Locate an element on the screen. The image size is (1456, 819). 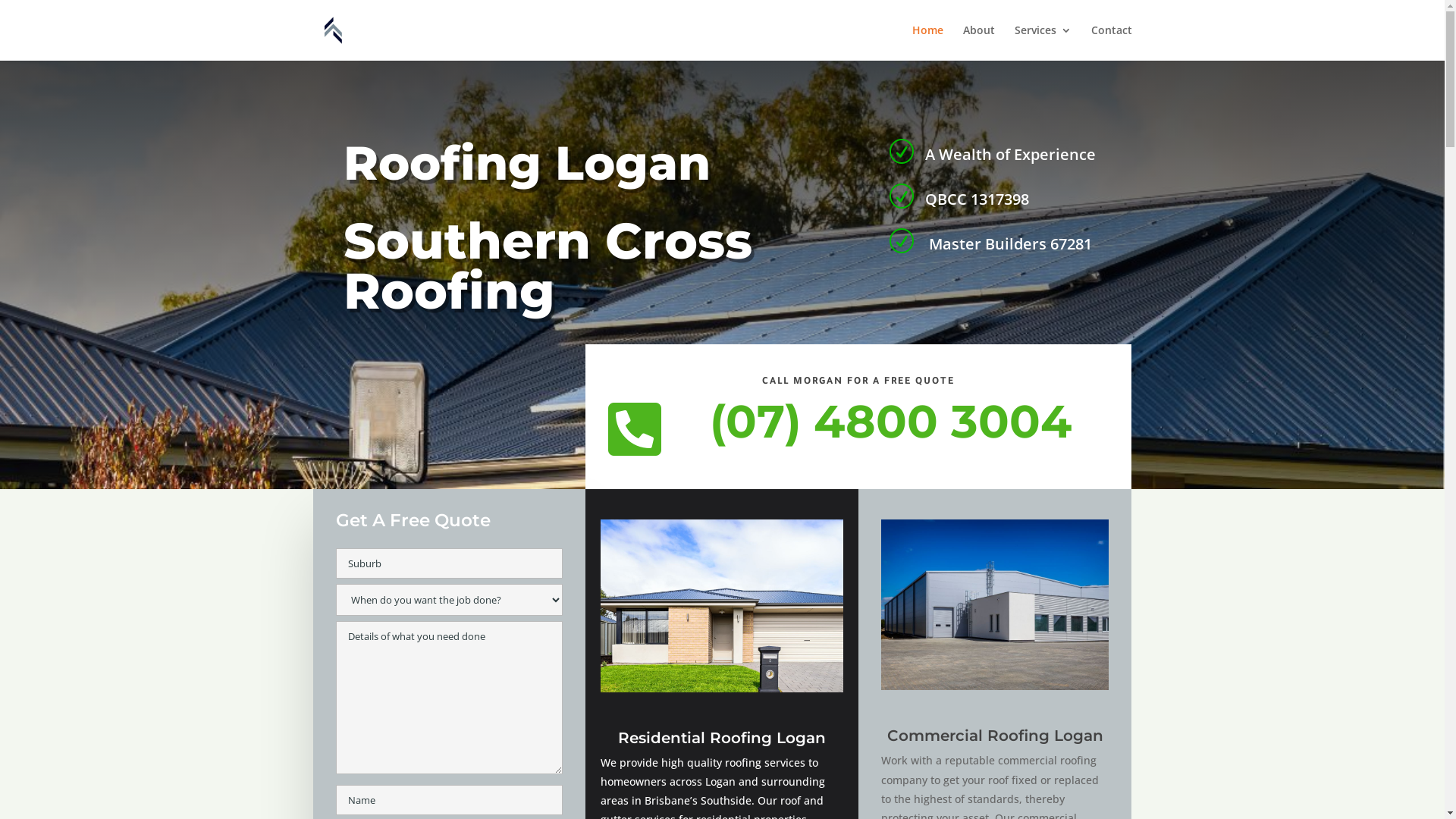
'About' is located at coordinates (979, 42).